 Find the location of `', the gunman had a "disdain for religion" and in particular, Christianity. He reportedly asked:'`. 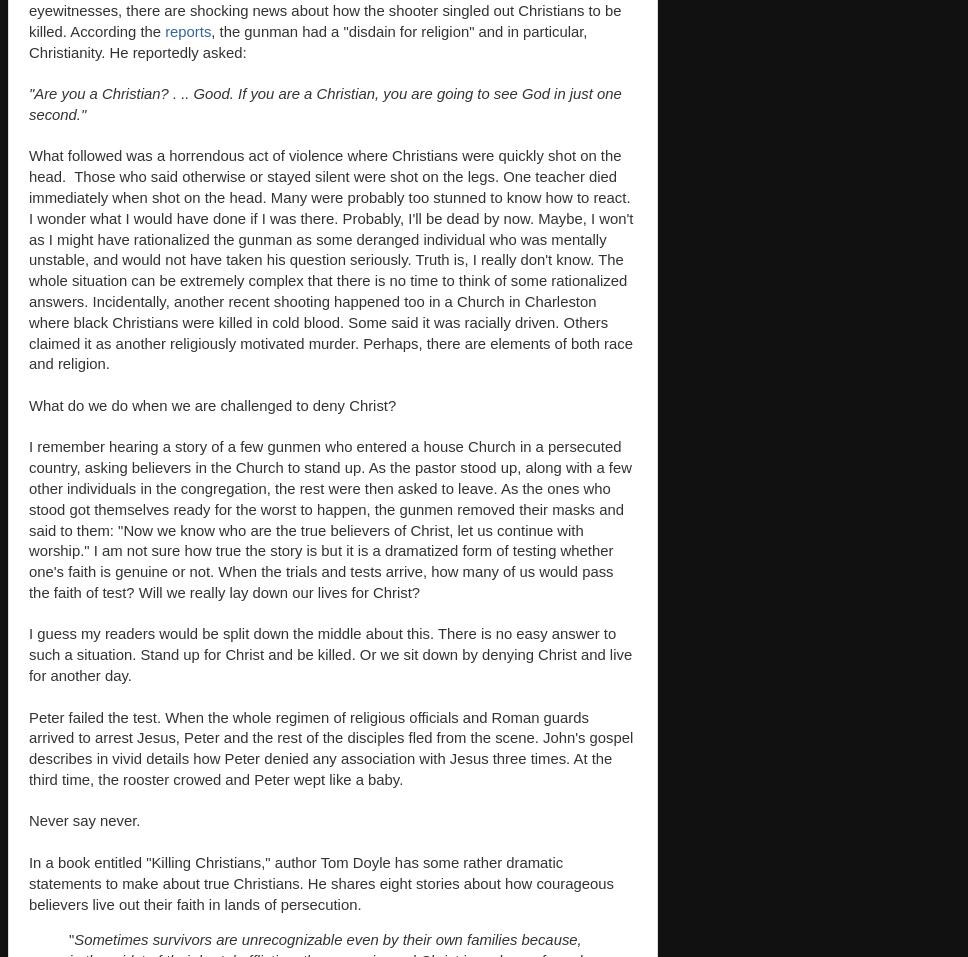

', the gunman had a "disdain for religion" and in particular, Christianity. He reportedly asked:' is located at coordinates (307, 40).